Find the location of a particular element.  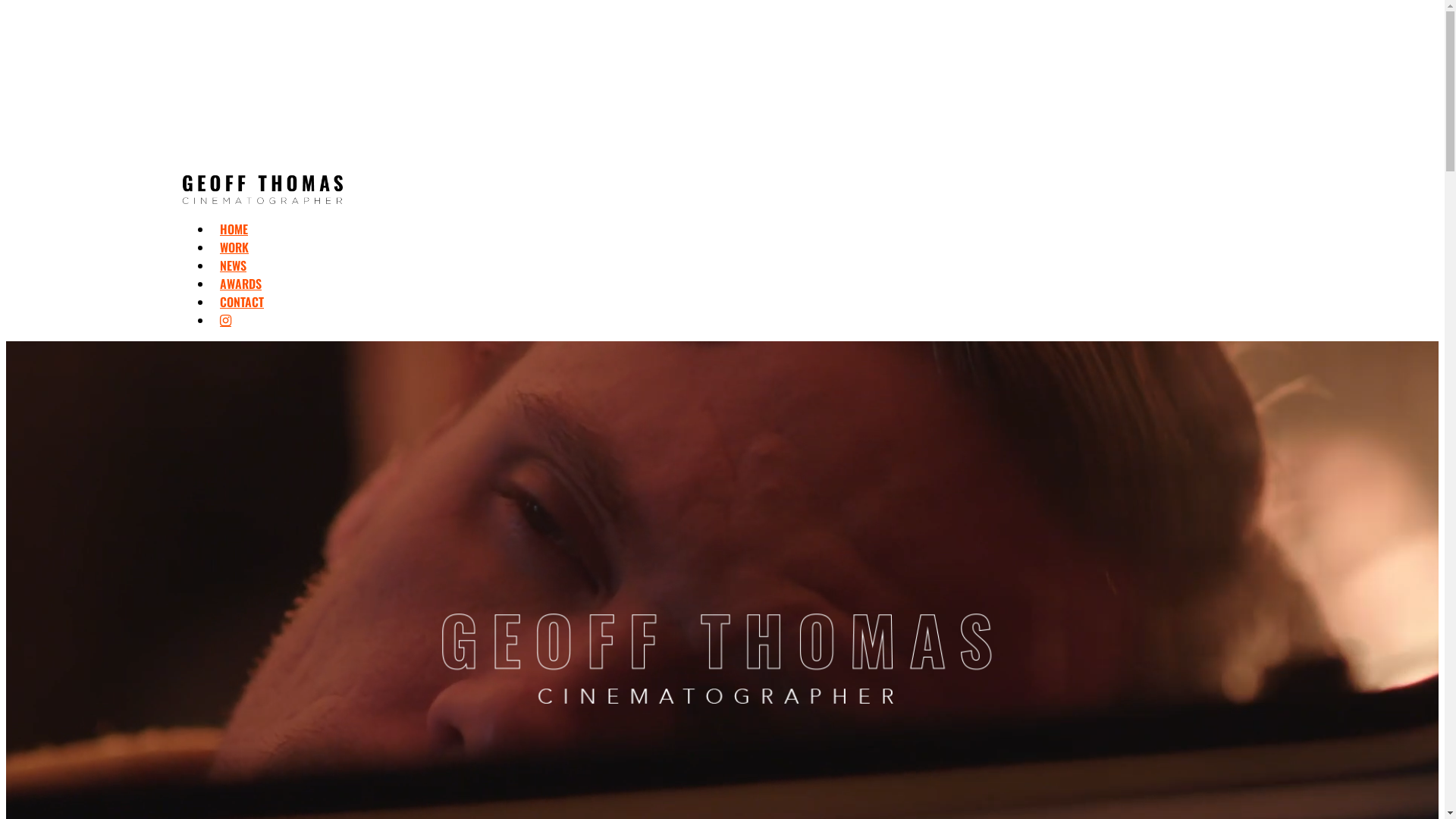

'NEWS' is located at coordinates (218, 265).